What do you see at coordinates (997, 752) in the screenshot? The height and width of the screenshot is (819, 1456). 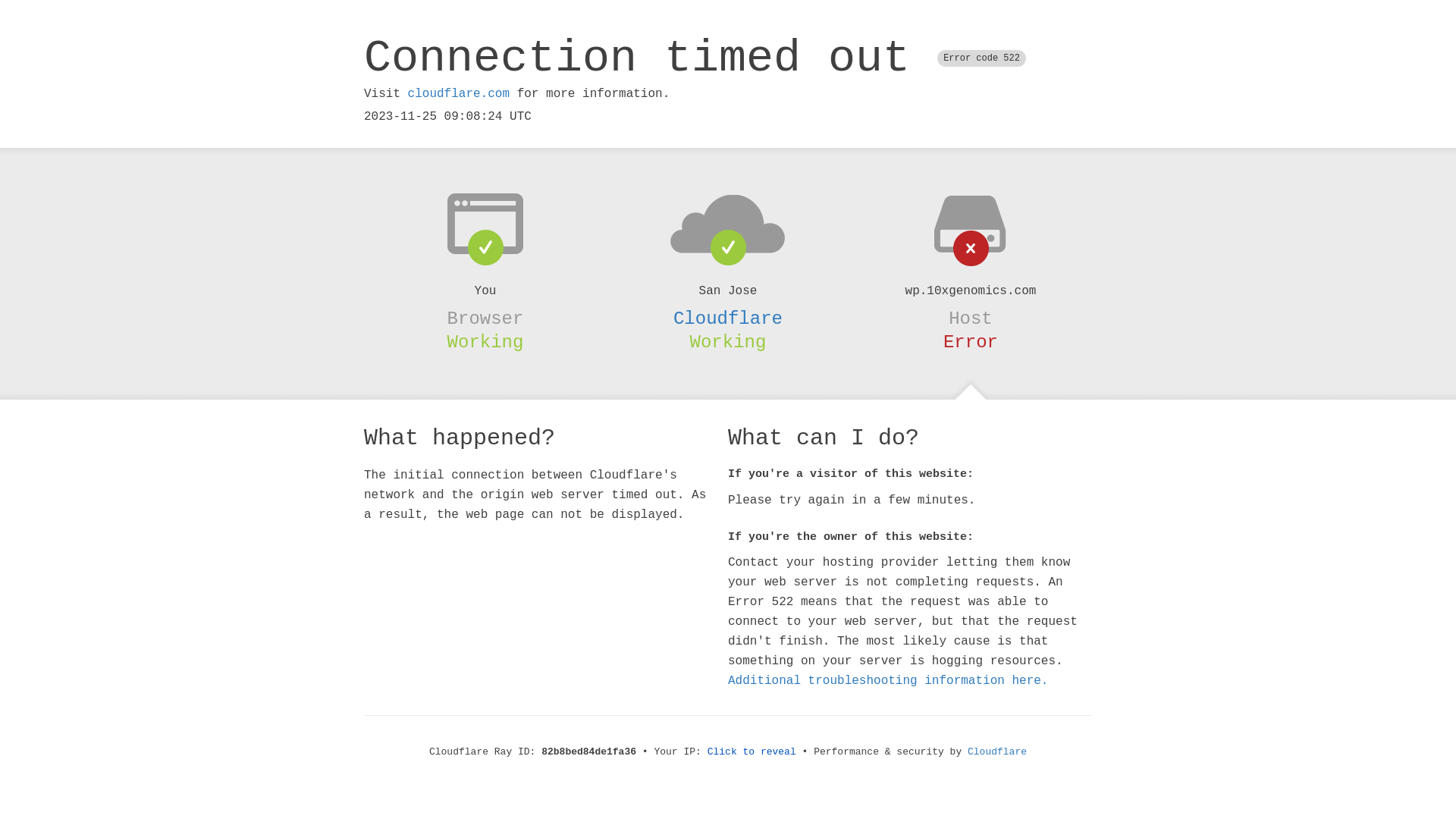 I see `'Cloudflare'` at bounding box center [997, 752].